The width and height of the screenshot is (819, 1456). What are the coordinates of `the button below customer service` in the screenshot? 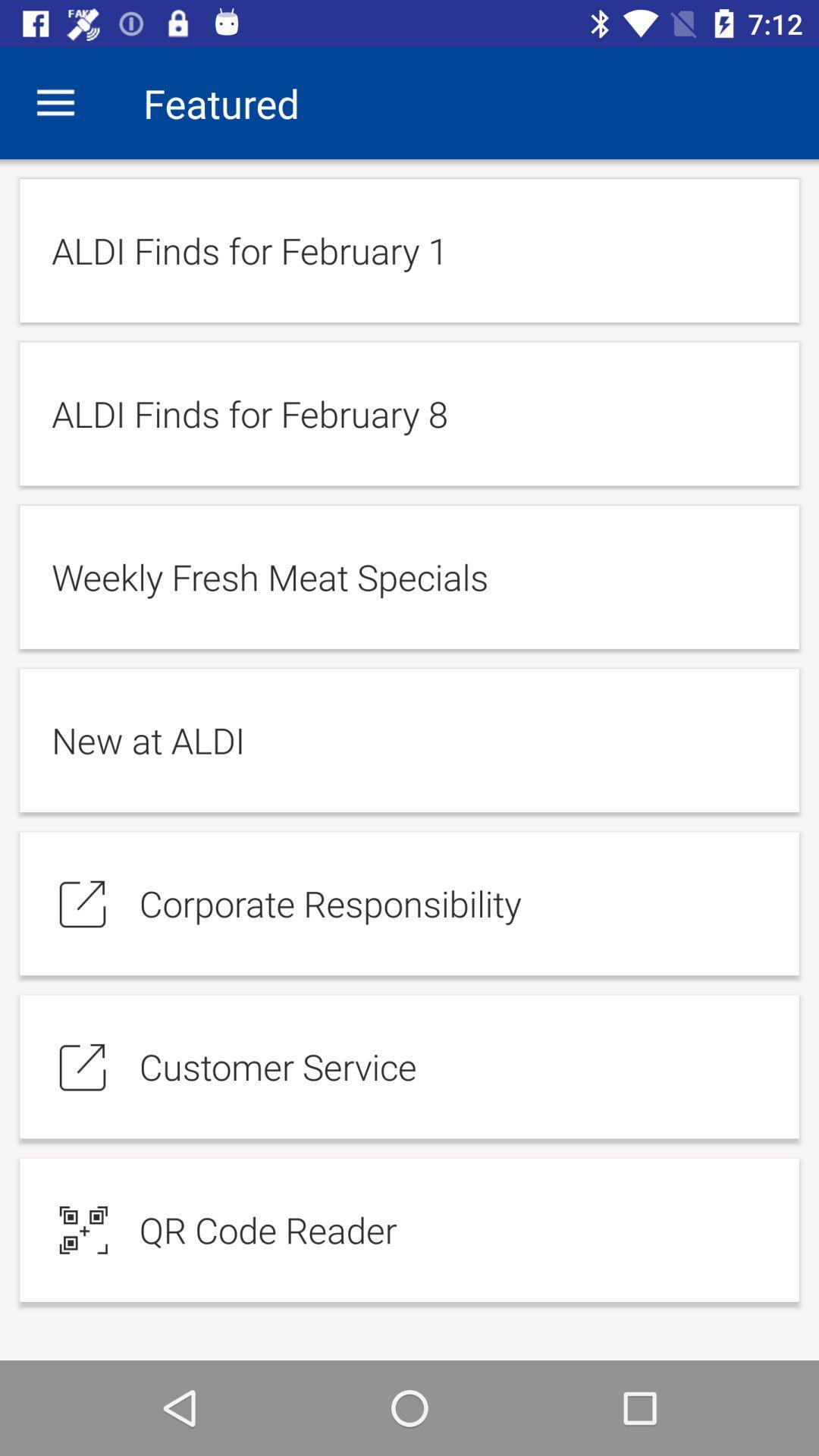 It's located at (409, 1230).